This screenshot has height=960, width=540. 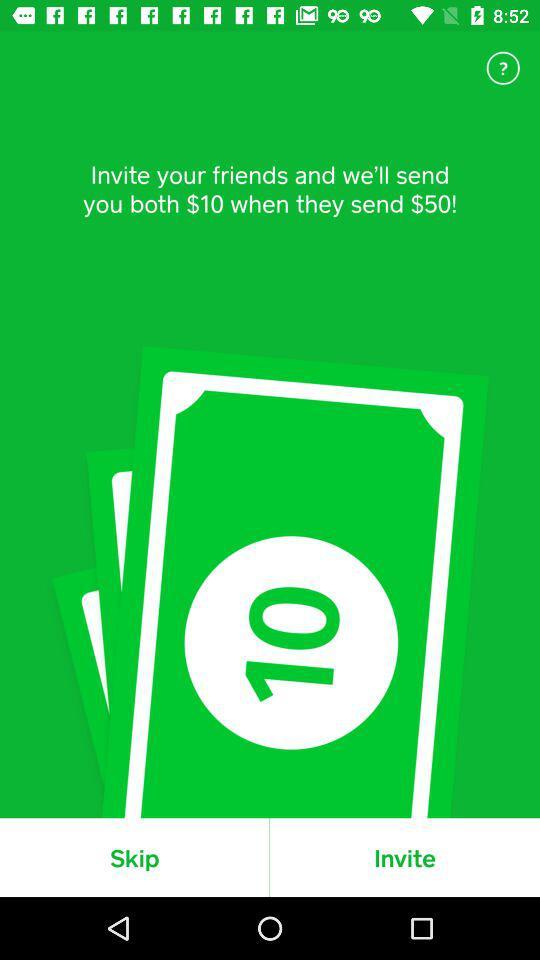 I want to click on the help icon, so click(x=502, y=68).